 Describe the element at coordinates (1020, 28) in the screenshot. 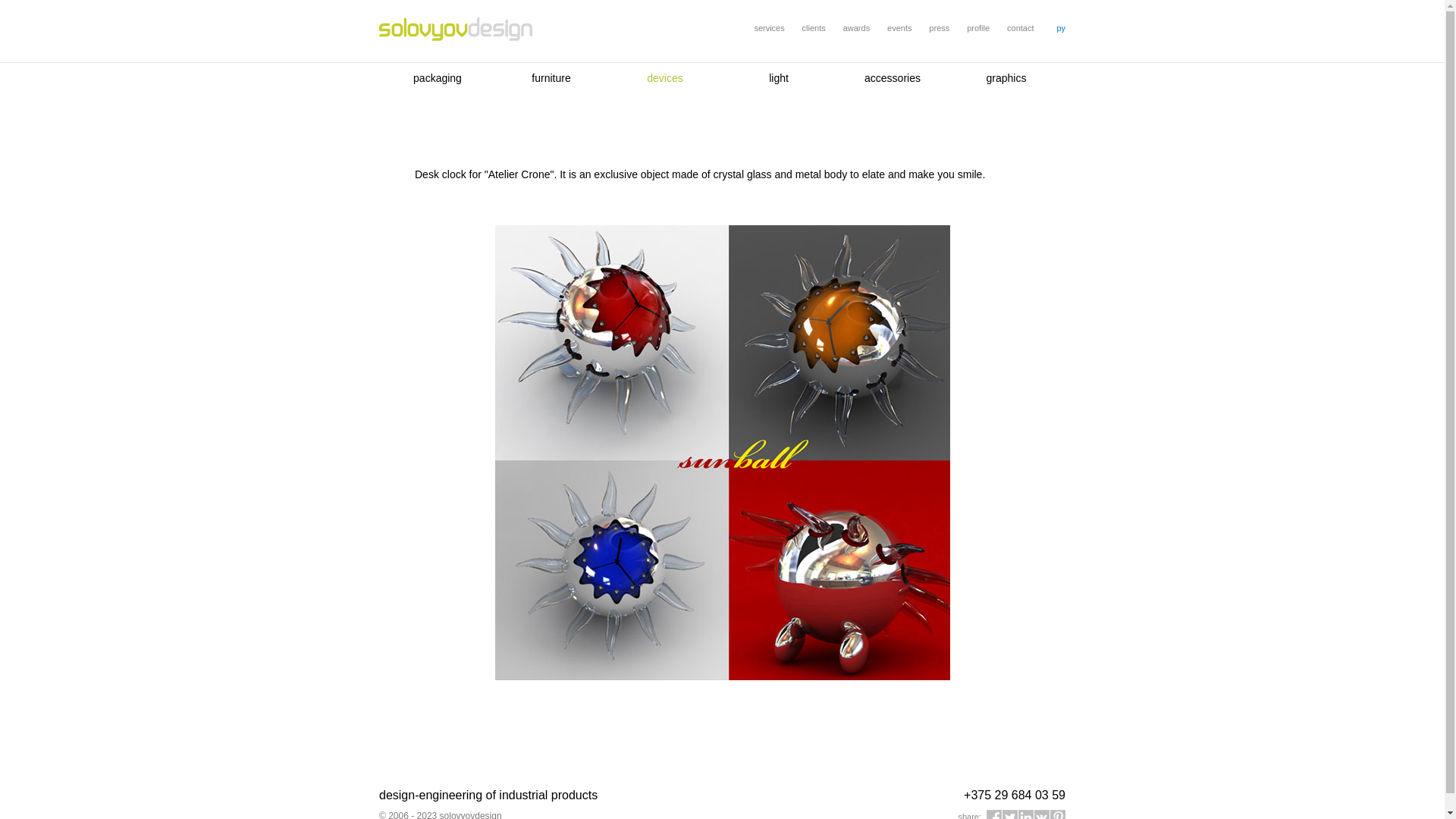

I see `'contact'` at that location.